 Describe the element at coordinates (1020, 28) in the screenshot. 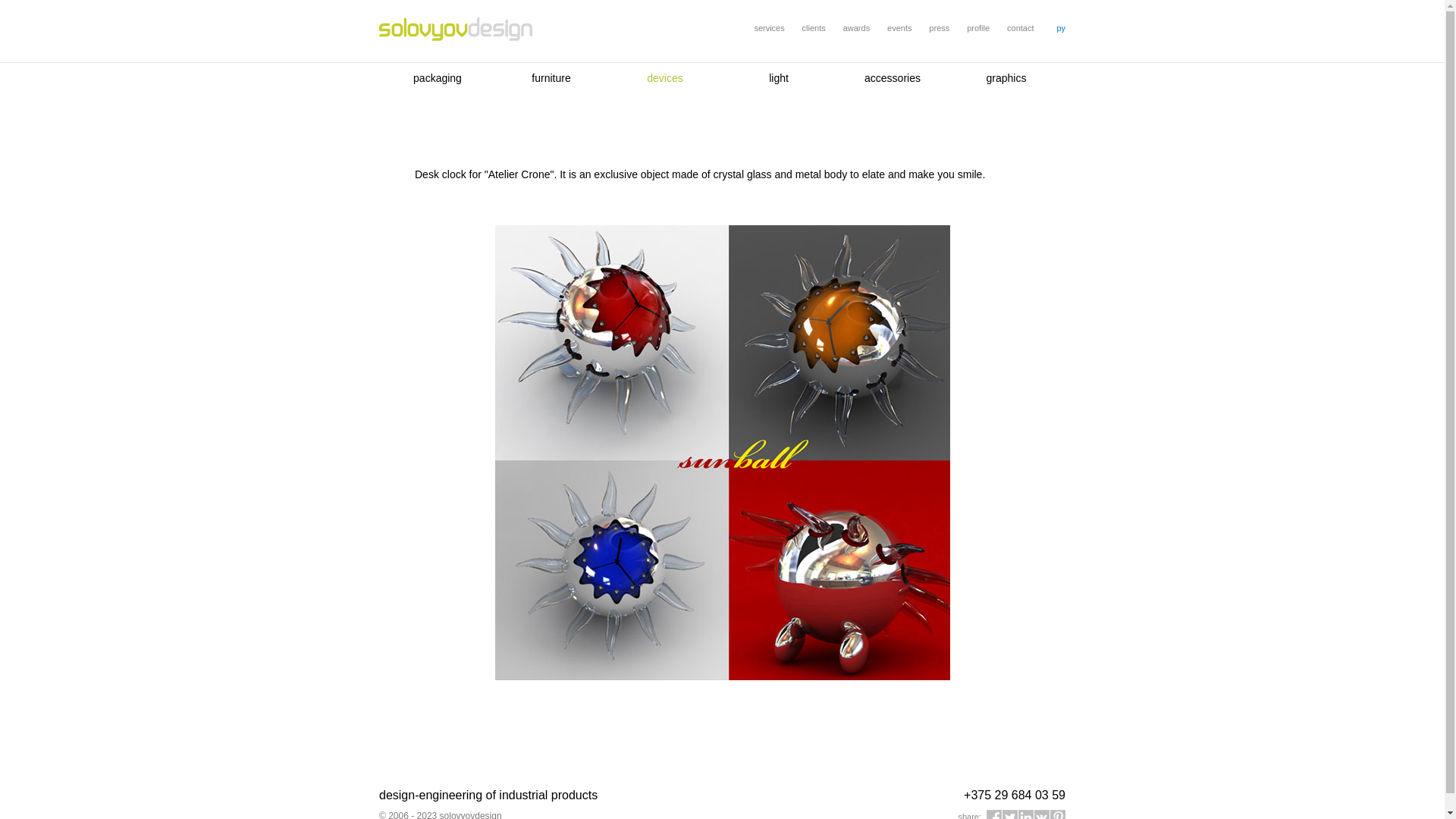

I see `'contact'` at that location.